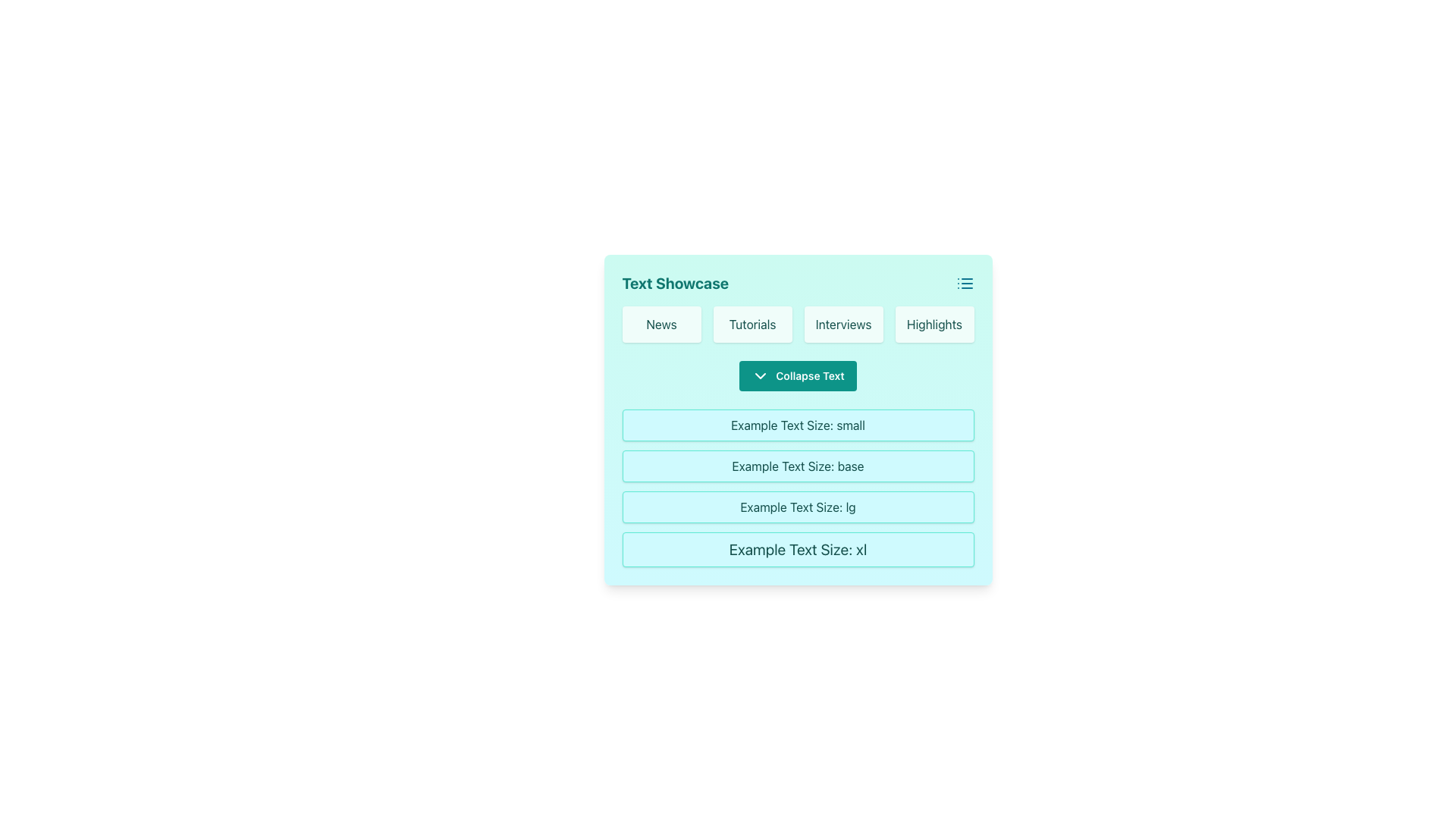 The image size is (1456, 819). Describe the element at coordinates (843, 324) in the screenshot. I see `the 'Interviews' button, which is a teal rectangular button with rounded corners and the label 'Interviews' centered in it` at that location.